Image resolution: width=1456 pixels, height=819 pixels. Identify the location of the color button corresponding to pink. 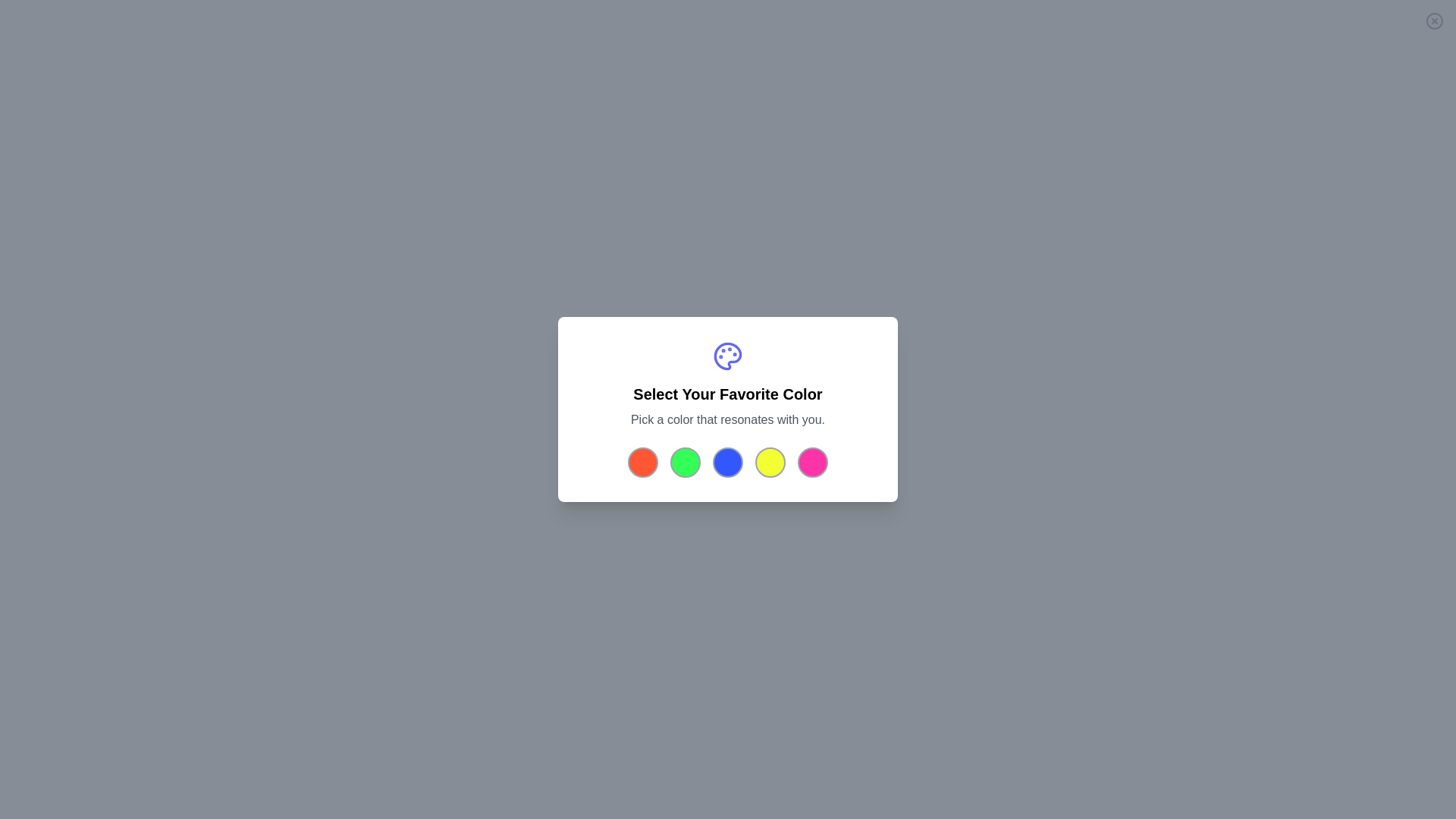
(811, 461).